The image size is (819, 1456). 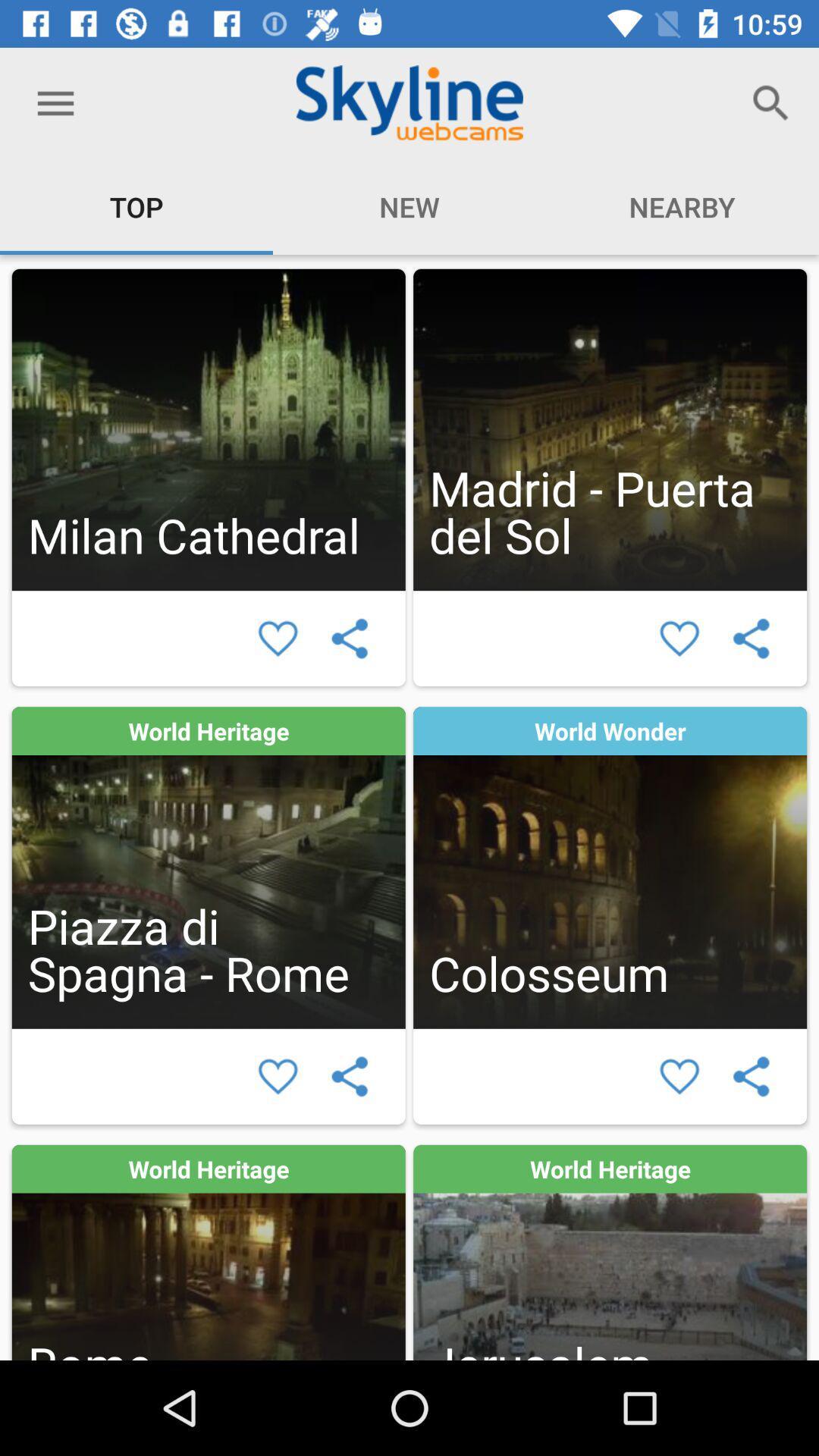 What do you see at coordinates (278, 639) in the screenshot?
I see `like/favorite toggle` at bounding box center [278, 639].